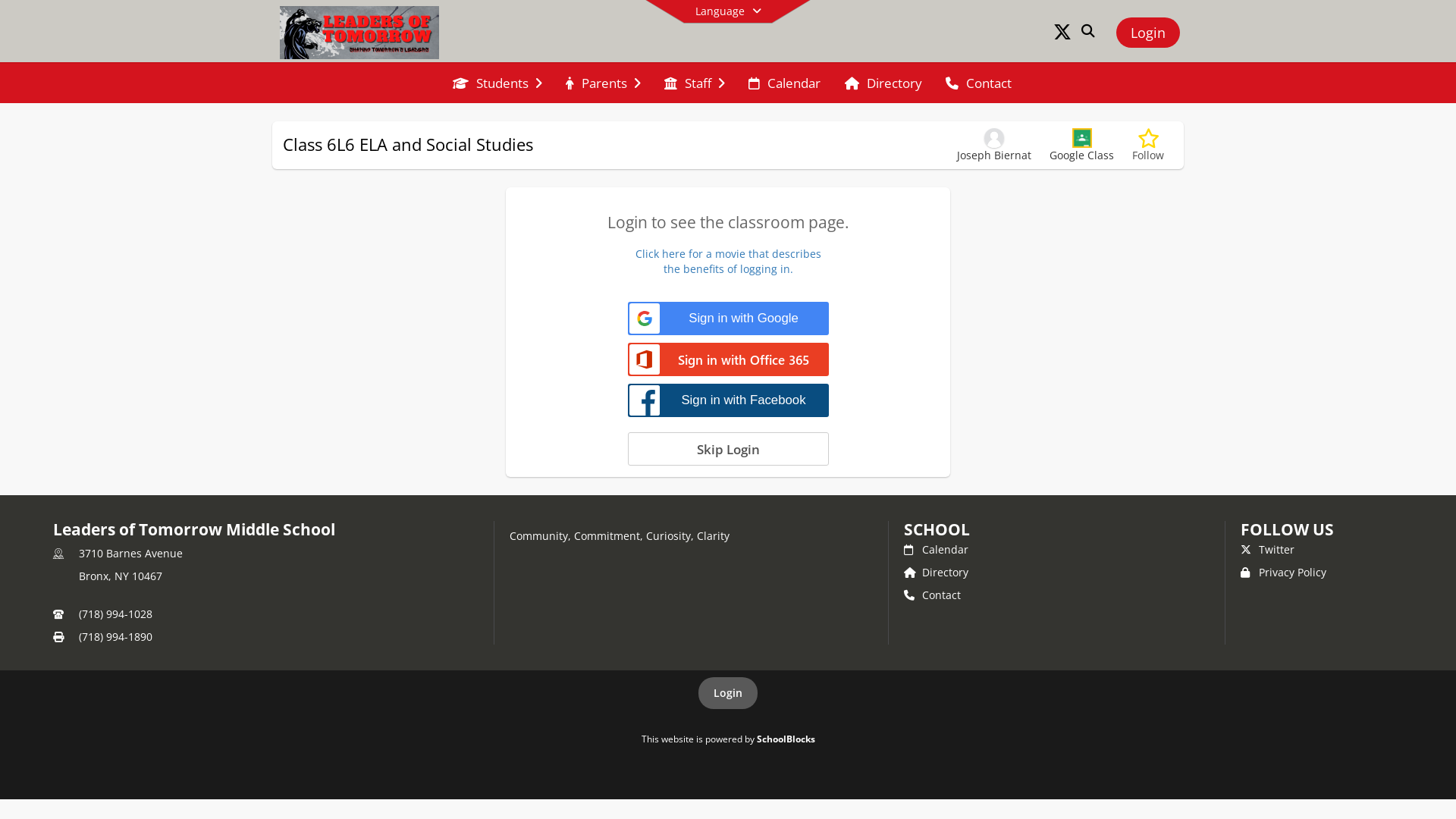 The height and width of the screenshot is (819, 1456). I want to click on 'Staff', so click(694, 83).